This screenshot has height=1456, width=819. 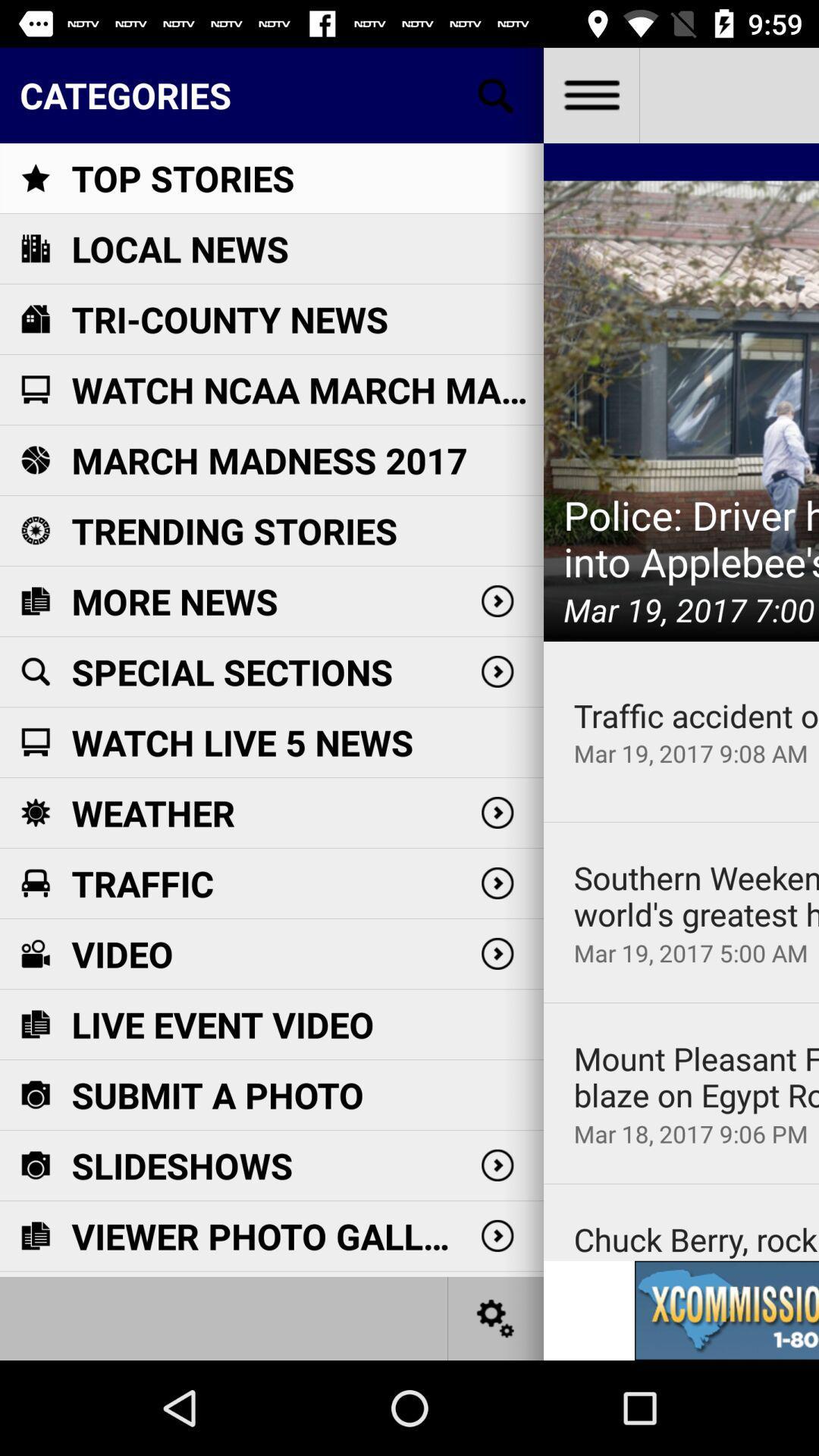 I want to click on the button right to the text video, so click(x=497, y=952).